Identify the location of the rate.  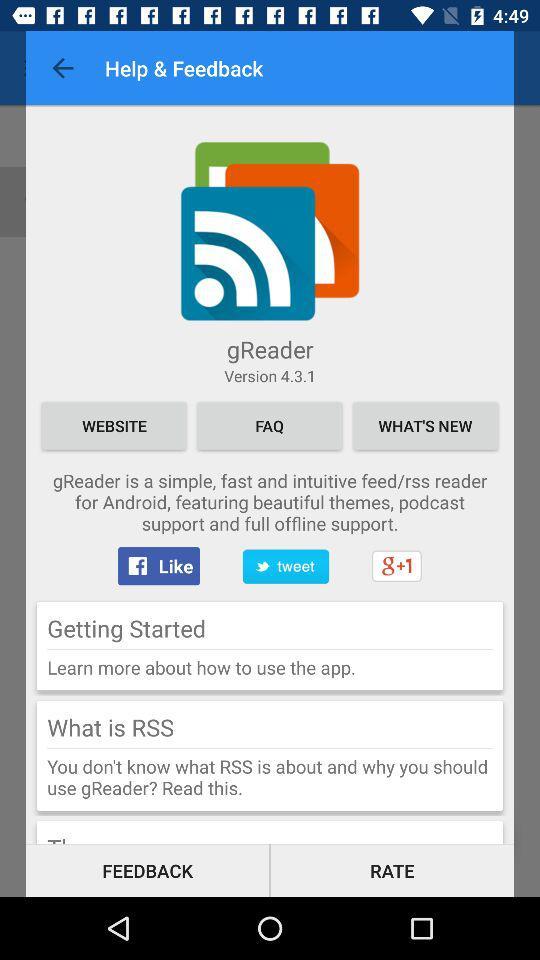
(392, 869).